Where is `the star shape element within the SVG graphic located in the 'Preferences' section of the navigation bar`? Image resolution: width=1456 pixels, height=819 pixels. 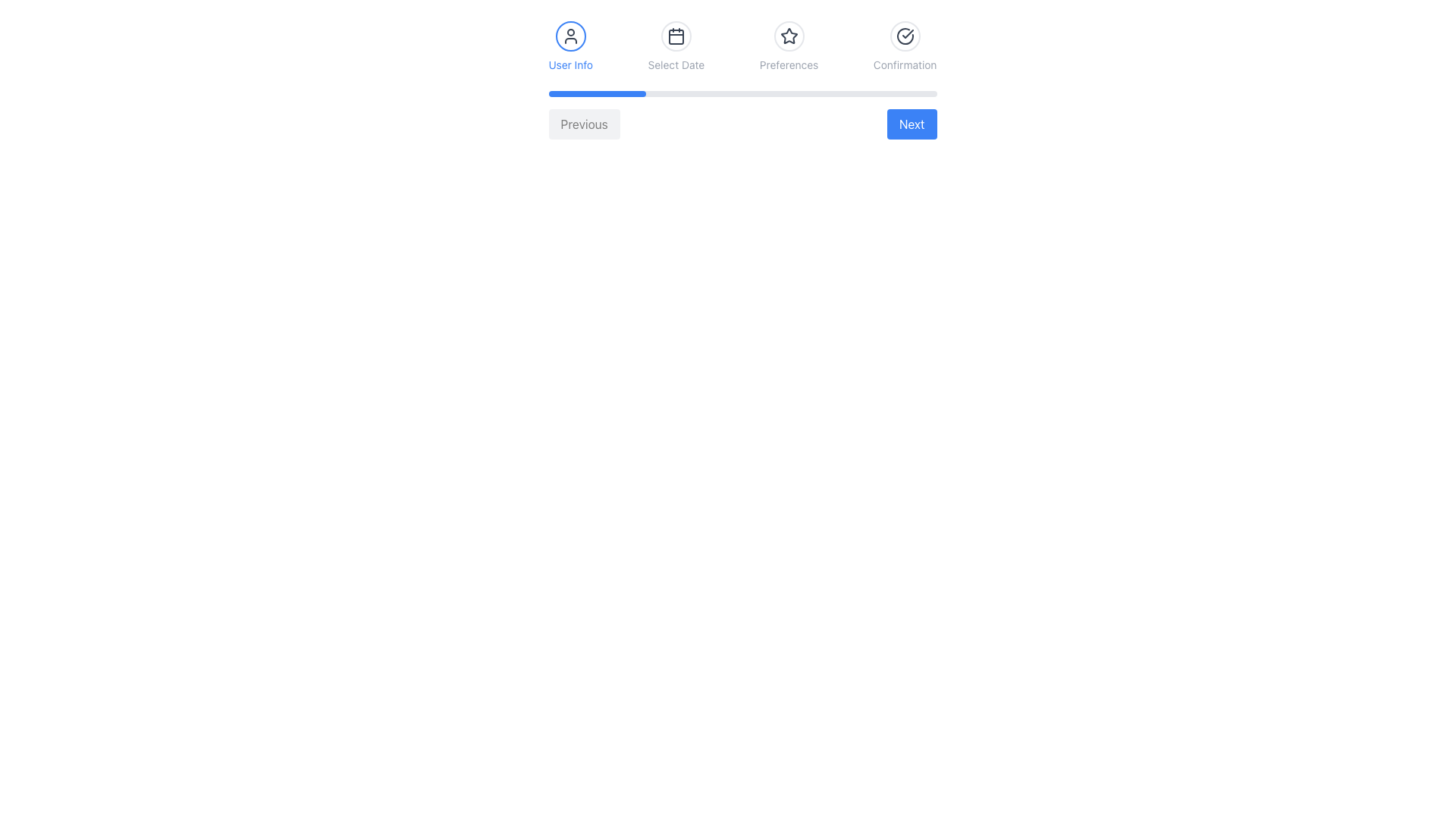
the star shape element within the SVG graphic located in the 'Preferences' section of the navigation bar is located at coordinates (789, 35).